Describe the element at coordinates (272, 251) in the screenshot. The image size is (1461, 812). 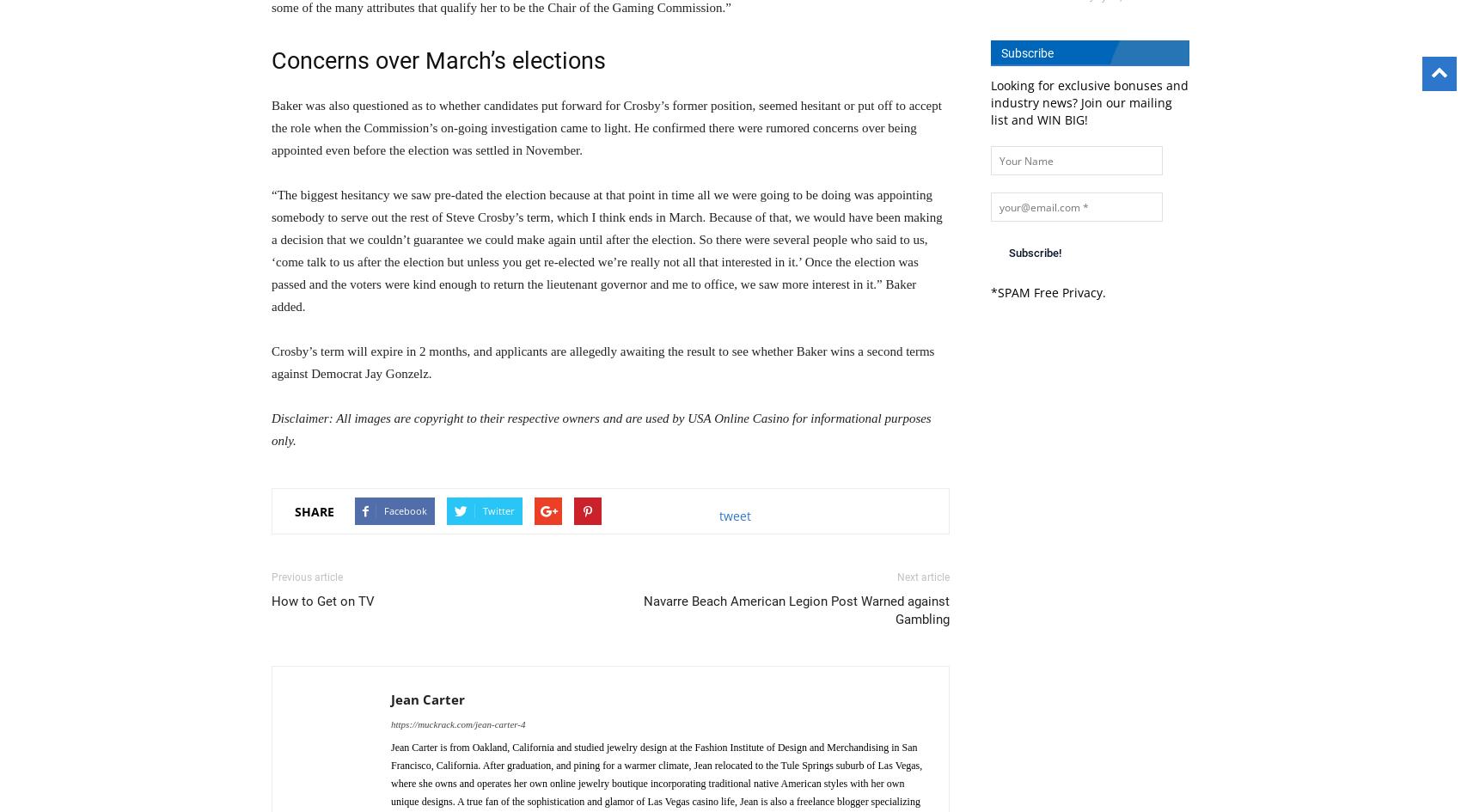
I see `'“The biggest hesitancy we saw pre-dated the election because at that point in time all we were going to be doing was appointing somebody to serve out the rest of Steve Crosby’s term, which I think ends in March. Because of that, we would have been making a decision that we couldn’t guarantee we could make again until after the election. So there were several people who said to us, ‘come talk to us after the election but unless you get re-elected we’re really not all that interested in it.’ Once the election was passed and the voters were kind enough to return the lieutenant governor and me to office, we saw more interest in it.” Baker added.'` at that location.